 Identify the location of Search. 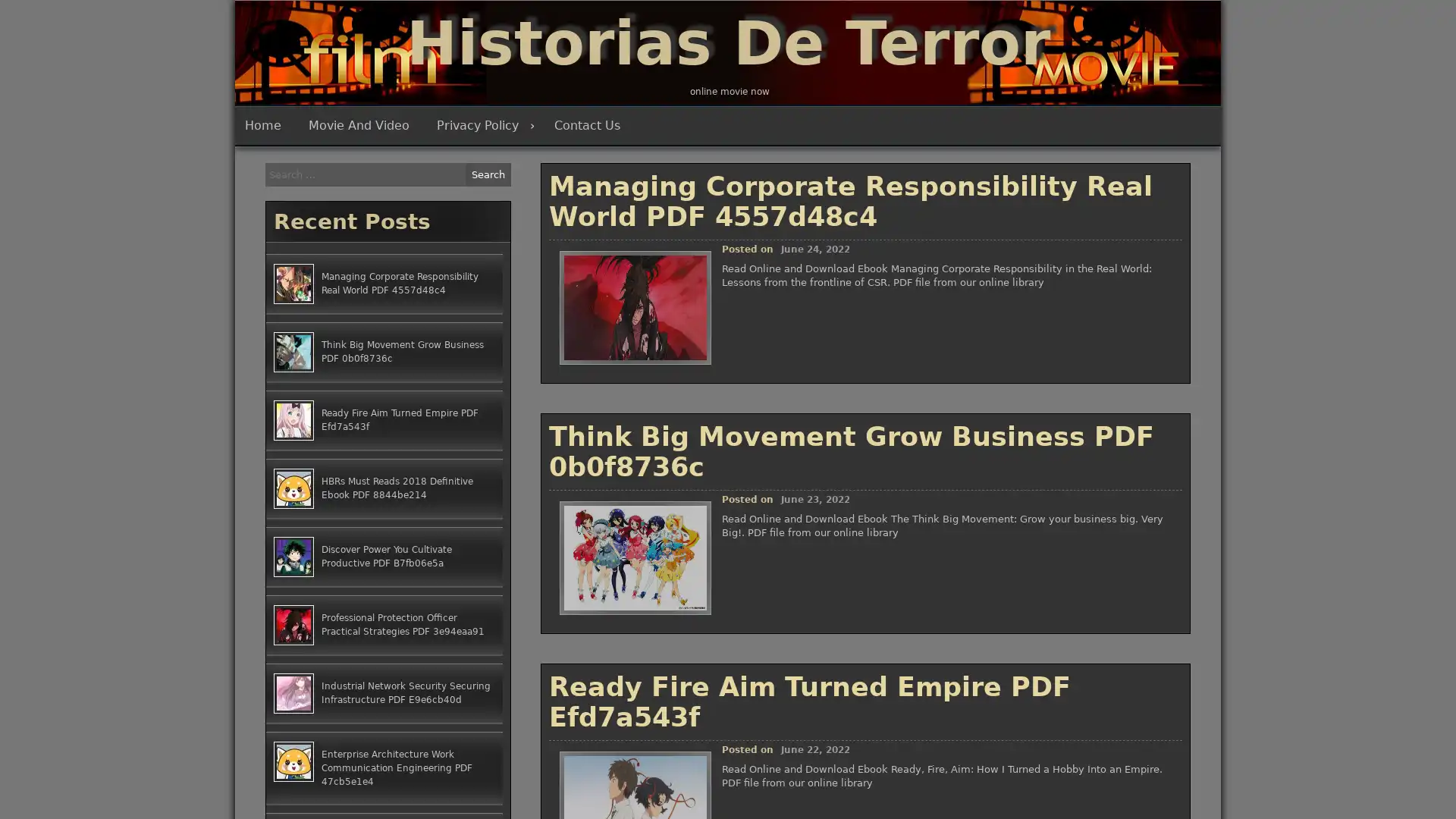
(488, 174).